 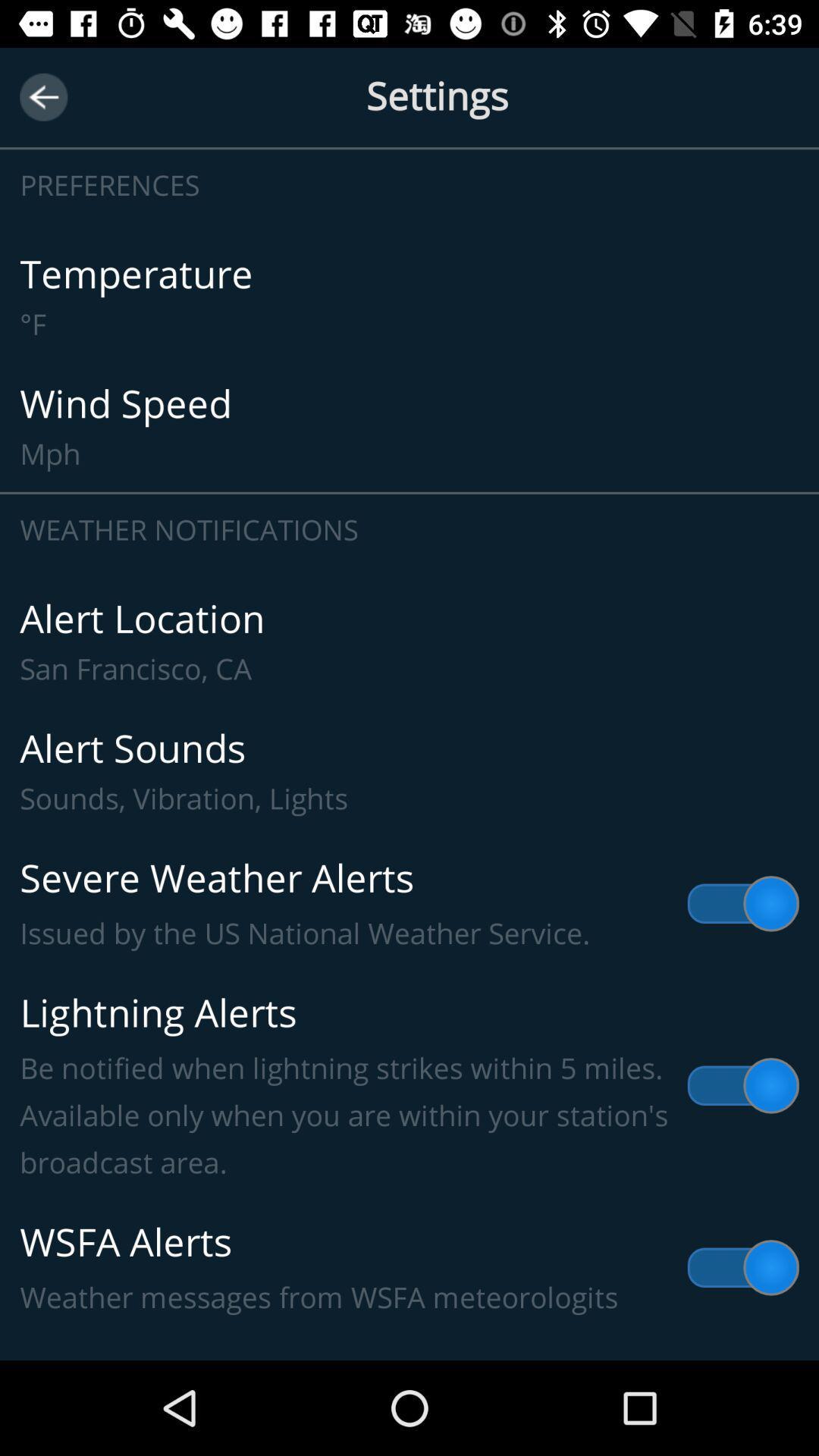 I want to click on the arrow_backward icon, so click(x=42, y=96).